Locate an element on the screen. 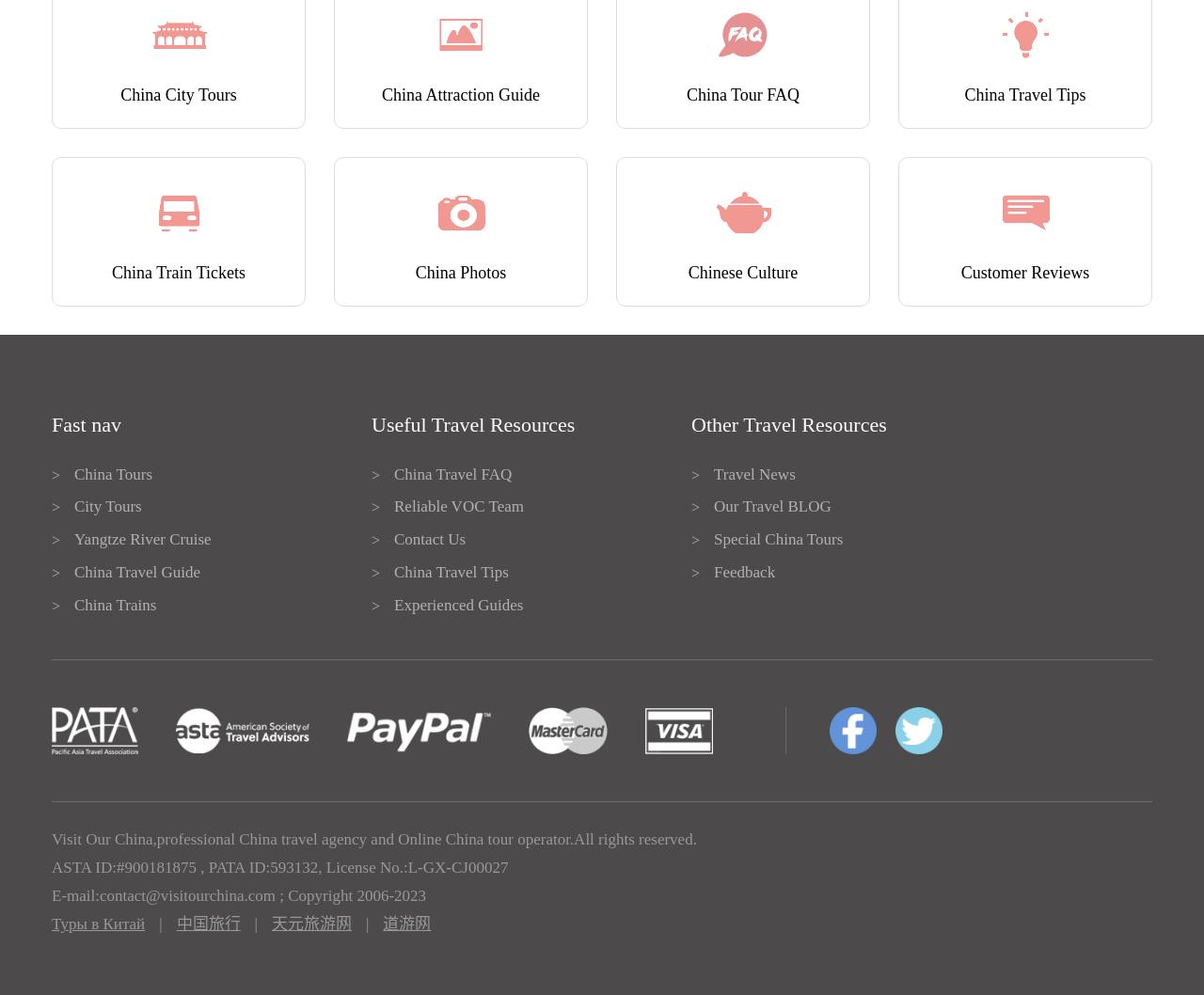  'Visit Our China,professional China travel agency and Online China tour operator.All rights reserved.' is located at coordinates (52, 839).